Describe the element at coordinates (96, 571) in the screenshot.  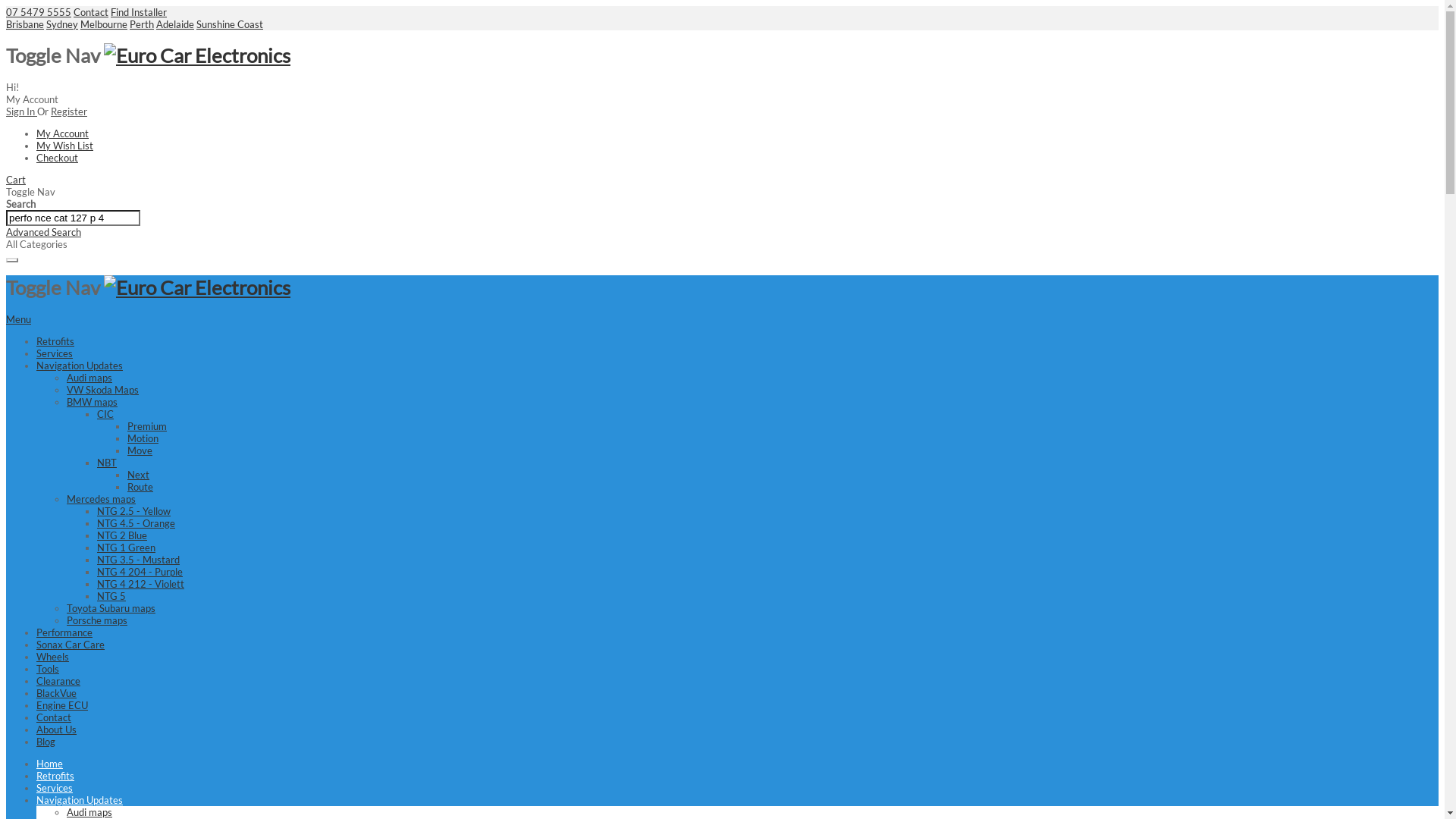
I see `'NTG 4 204 - Purple'` at that location.